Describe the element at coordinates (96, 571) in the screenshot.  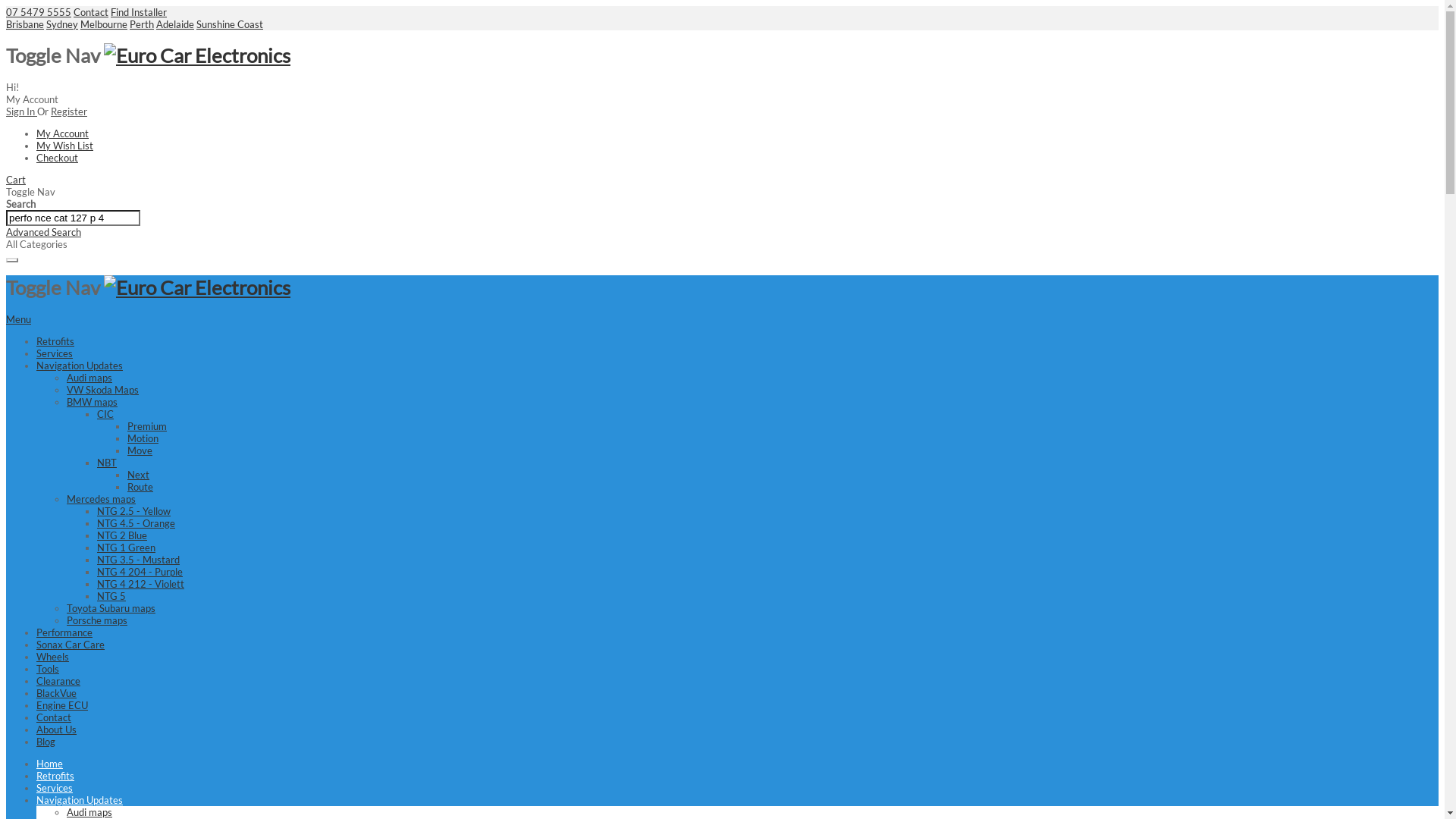
I see `'NTG 4 204 - Purple'` at that location.